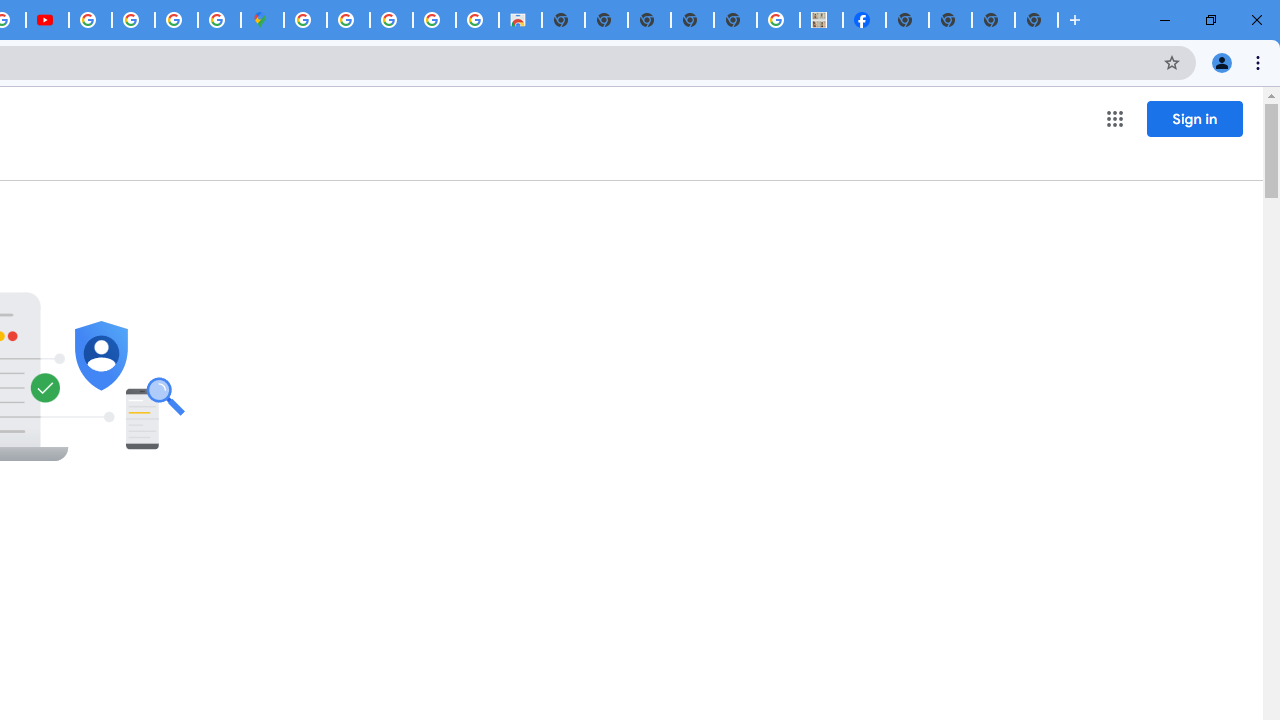 This screenshot has width=1280, height=720. What do you see at coordinates (304, 20) in the screenshot?
I see `'Sign in - Google Accounts'` at bounding box center [304, 20].